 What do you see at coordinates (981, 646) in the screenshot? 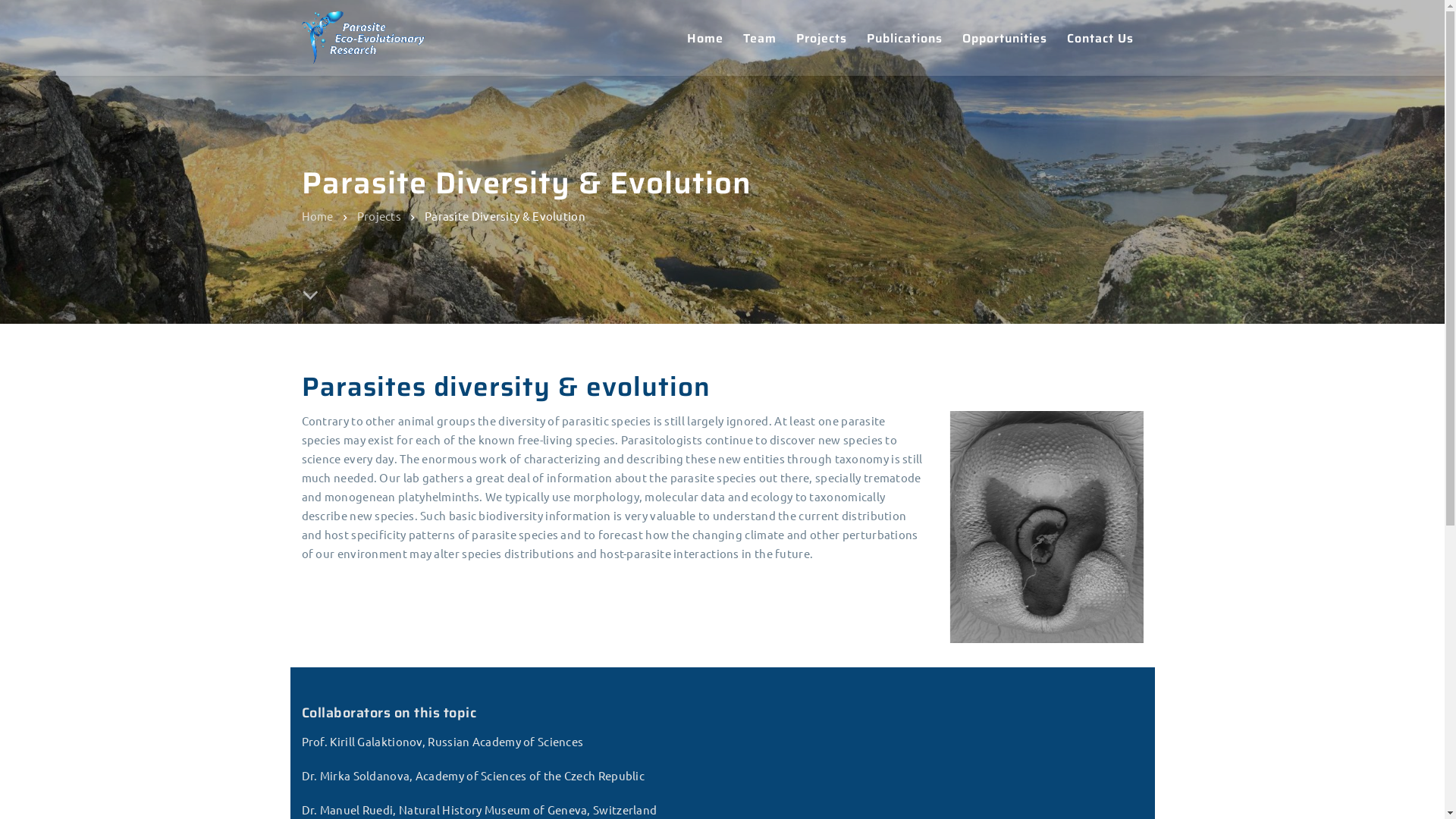
I see `'route de Malagnou 1` at bounding box center [981, 646].